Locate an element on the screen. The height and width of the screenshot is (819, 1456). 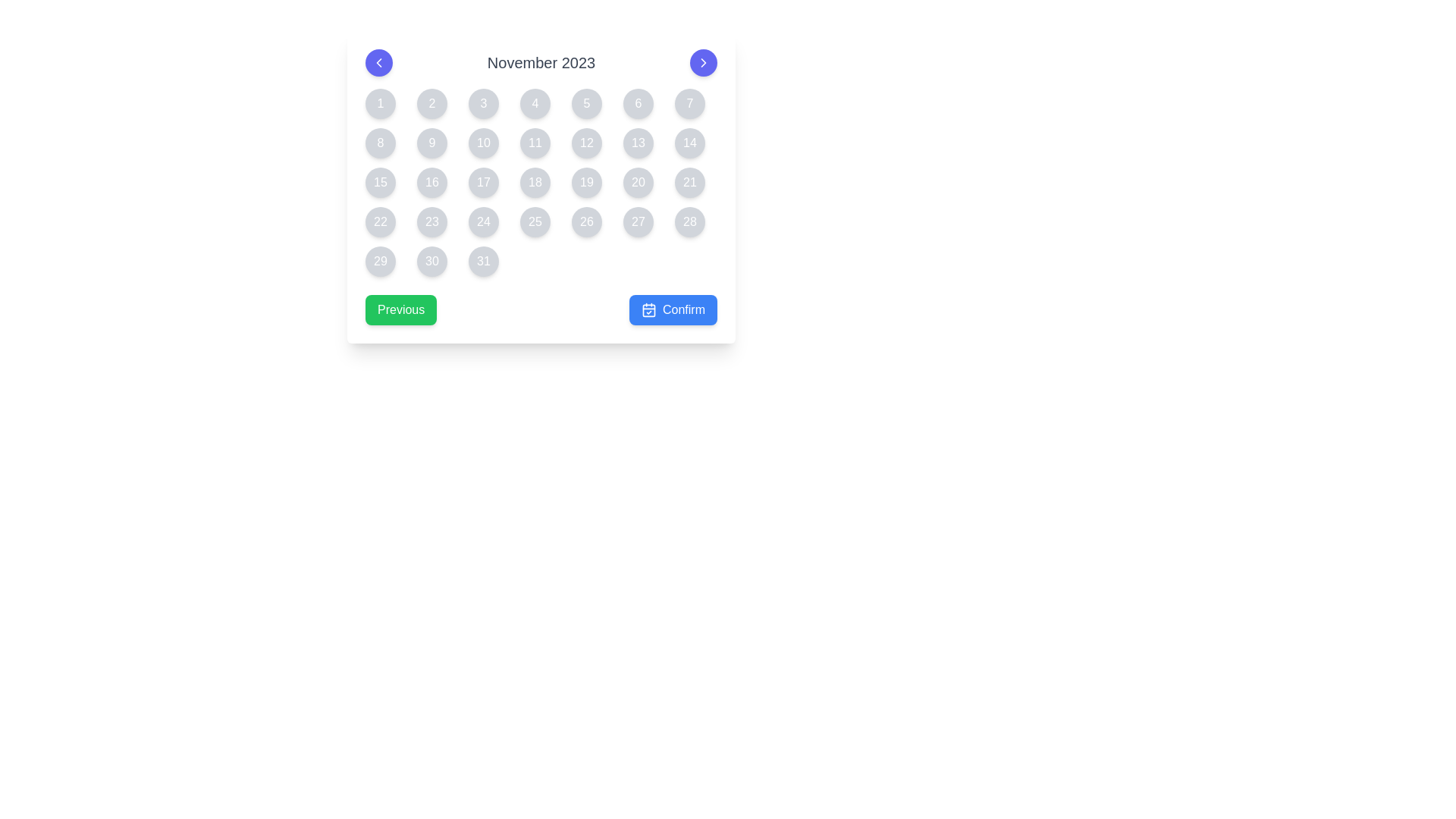
the circular button with the number '23' in white text, which has a light gray background and is part of the November 2023 calendar grid is located at coordinates (431, 222).